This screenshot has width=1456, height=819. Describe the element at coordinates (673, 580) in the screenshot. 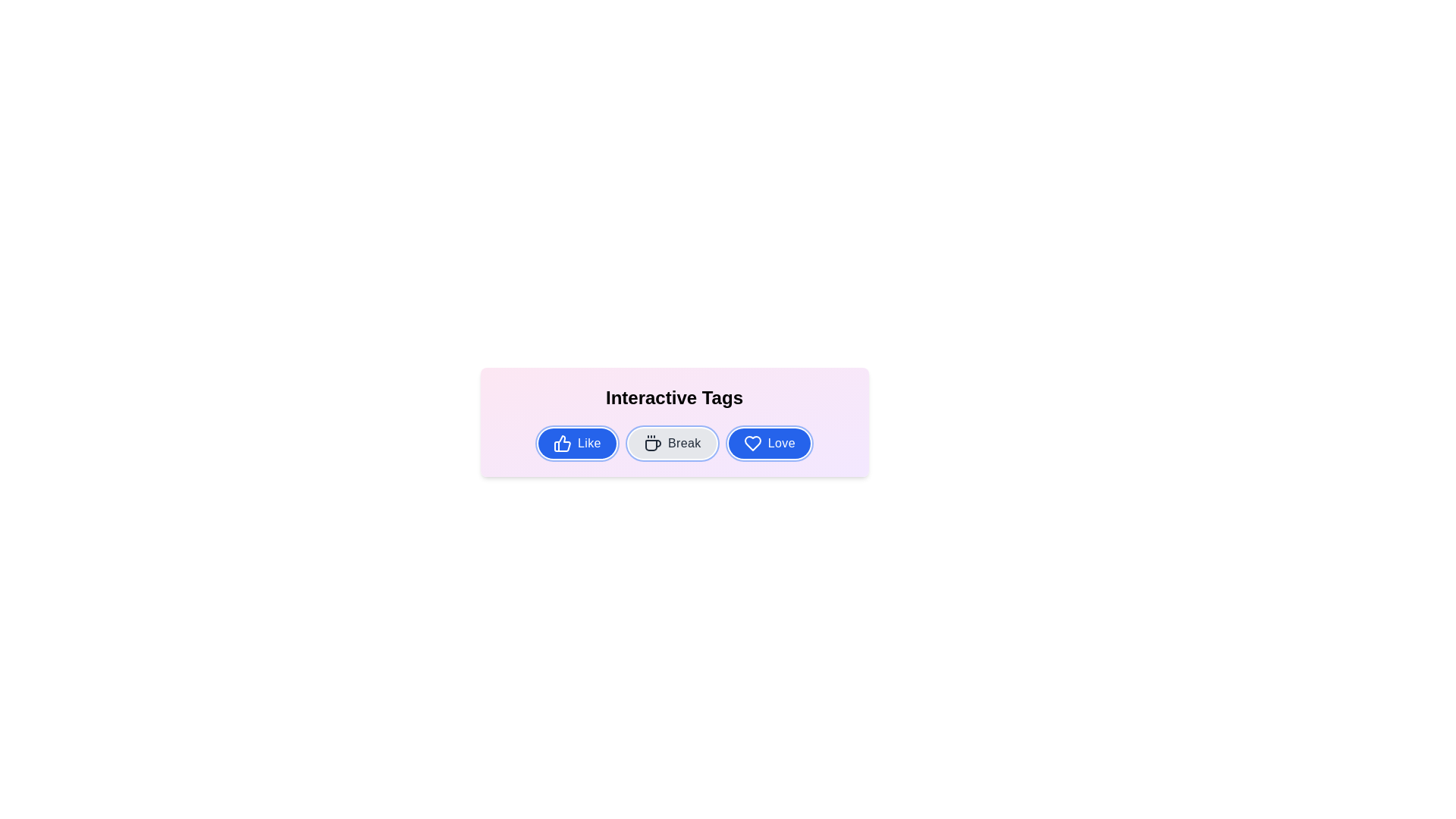

I see `the container area by clicking at its center` at that location.